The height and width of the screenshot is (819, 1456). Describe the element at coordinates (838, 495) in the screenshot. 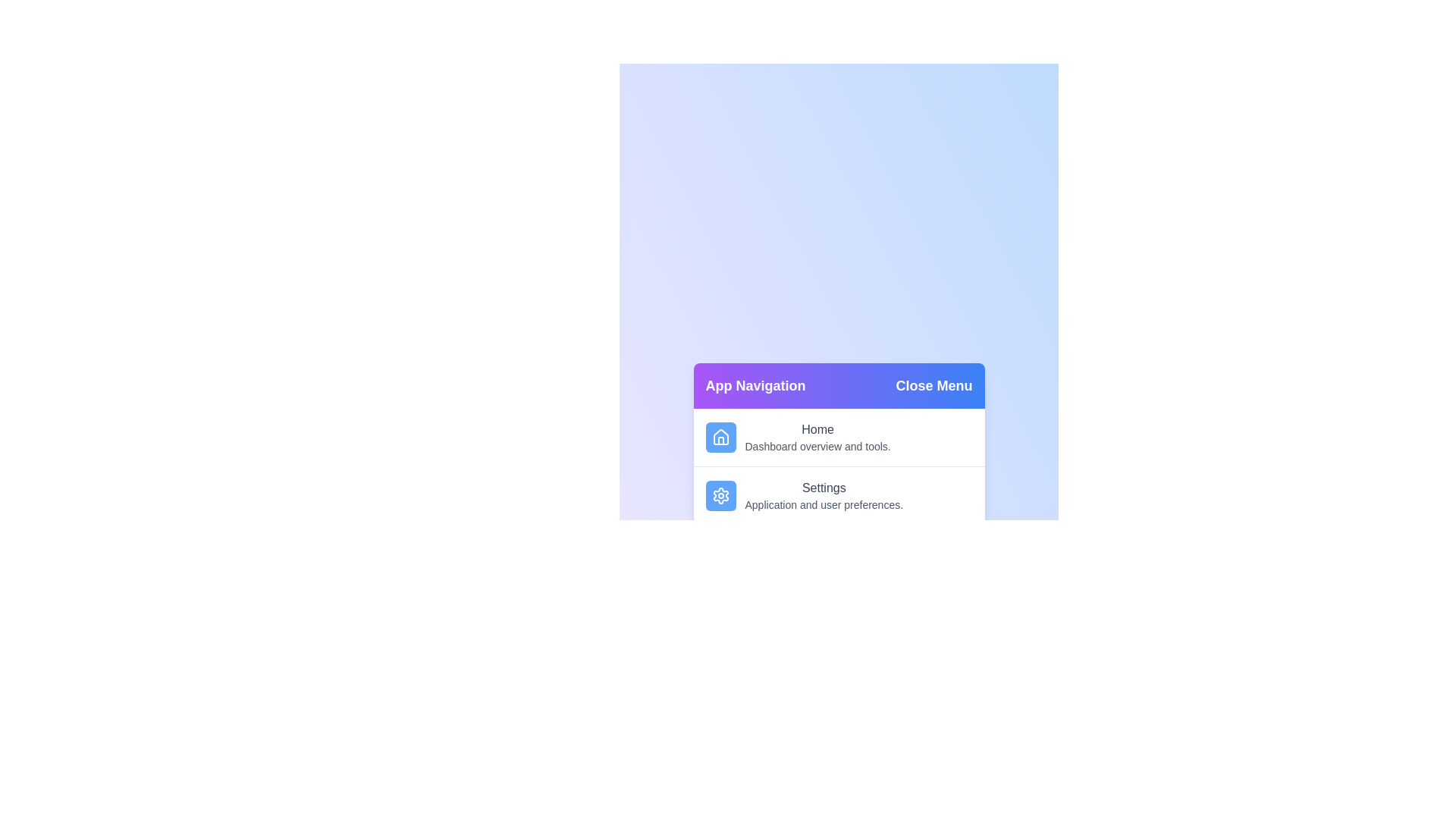

I see `the menu item labeled 'Settings' to observe its hover effect` at that location.